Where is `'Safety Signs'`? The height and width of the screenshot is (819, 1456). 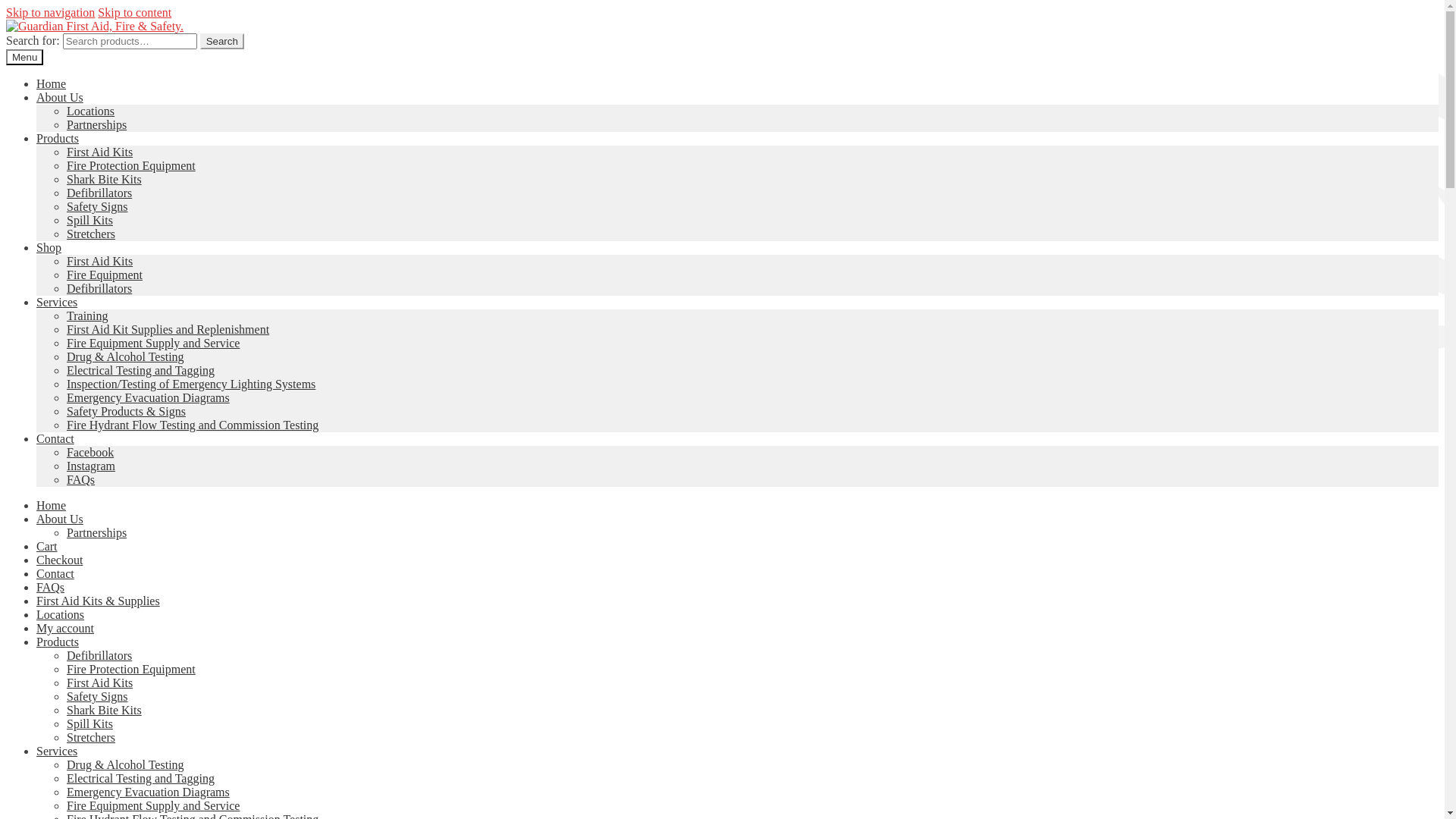 'Safety Signs' is located at coordinates (96, 696).